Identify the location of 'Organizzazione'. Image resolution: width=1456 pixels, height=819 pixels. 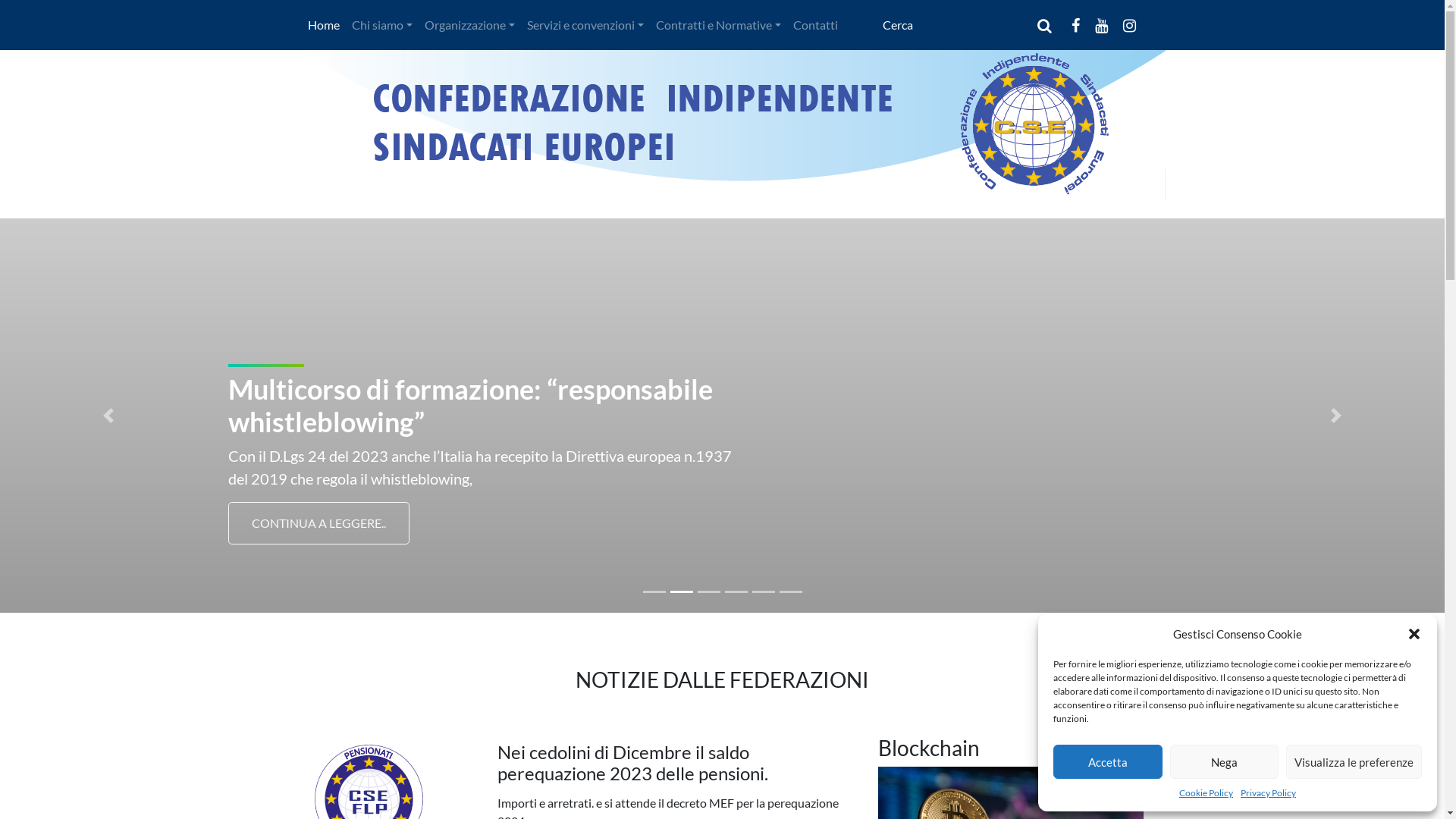
(469, 25).